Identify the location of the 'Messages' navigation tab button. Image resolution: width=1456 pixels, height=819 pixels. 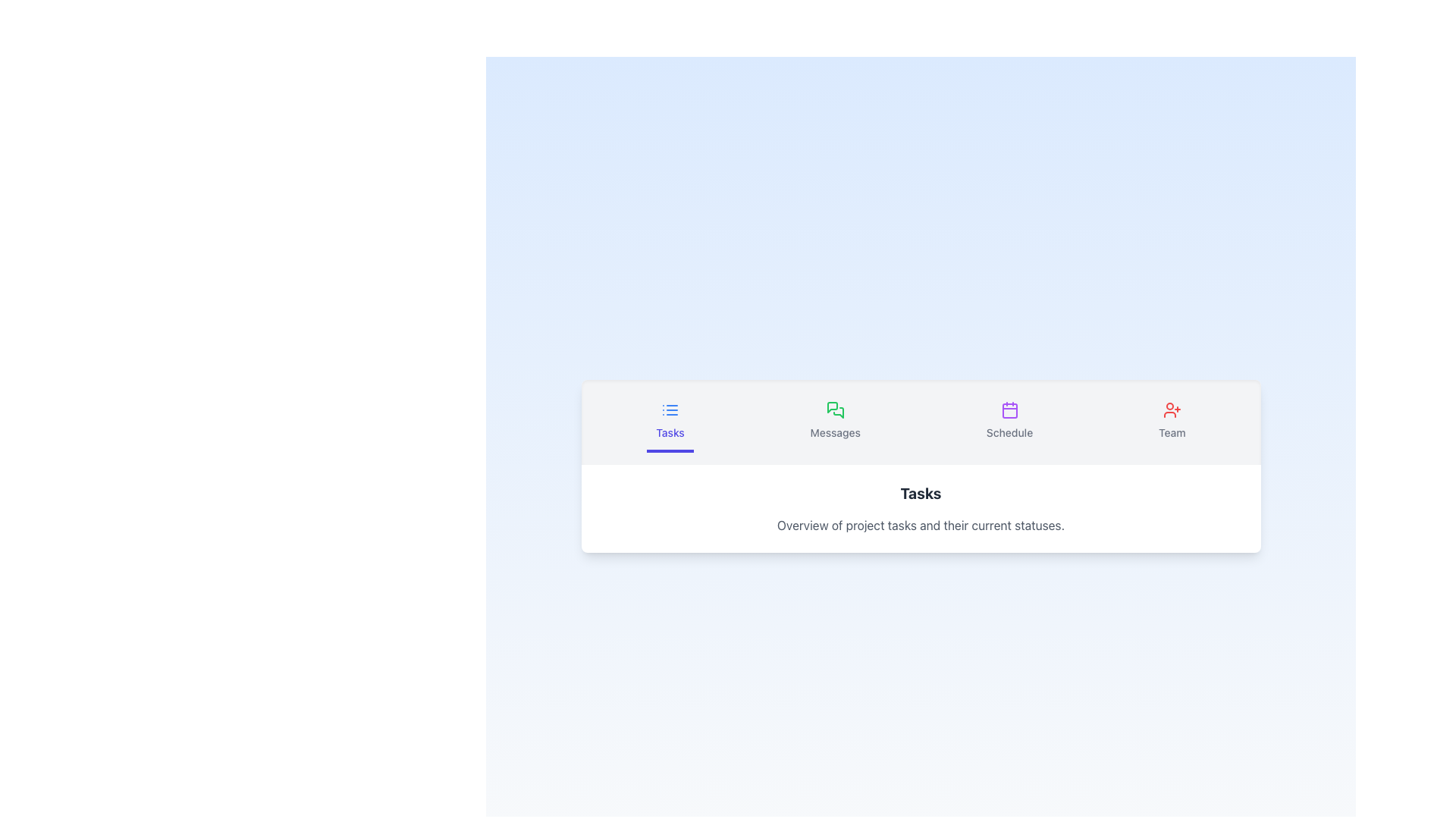
(834, 422).